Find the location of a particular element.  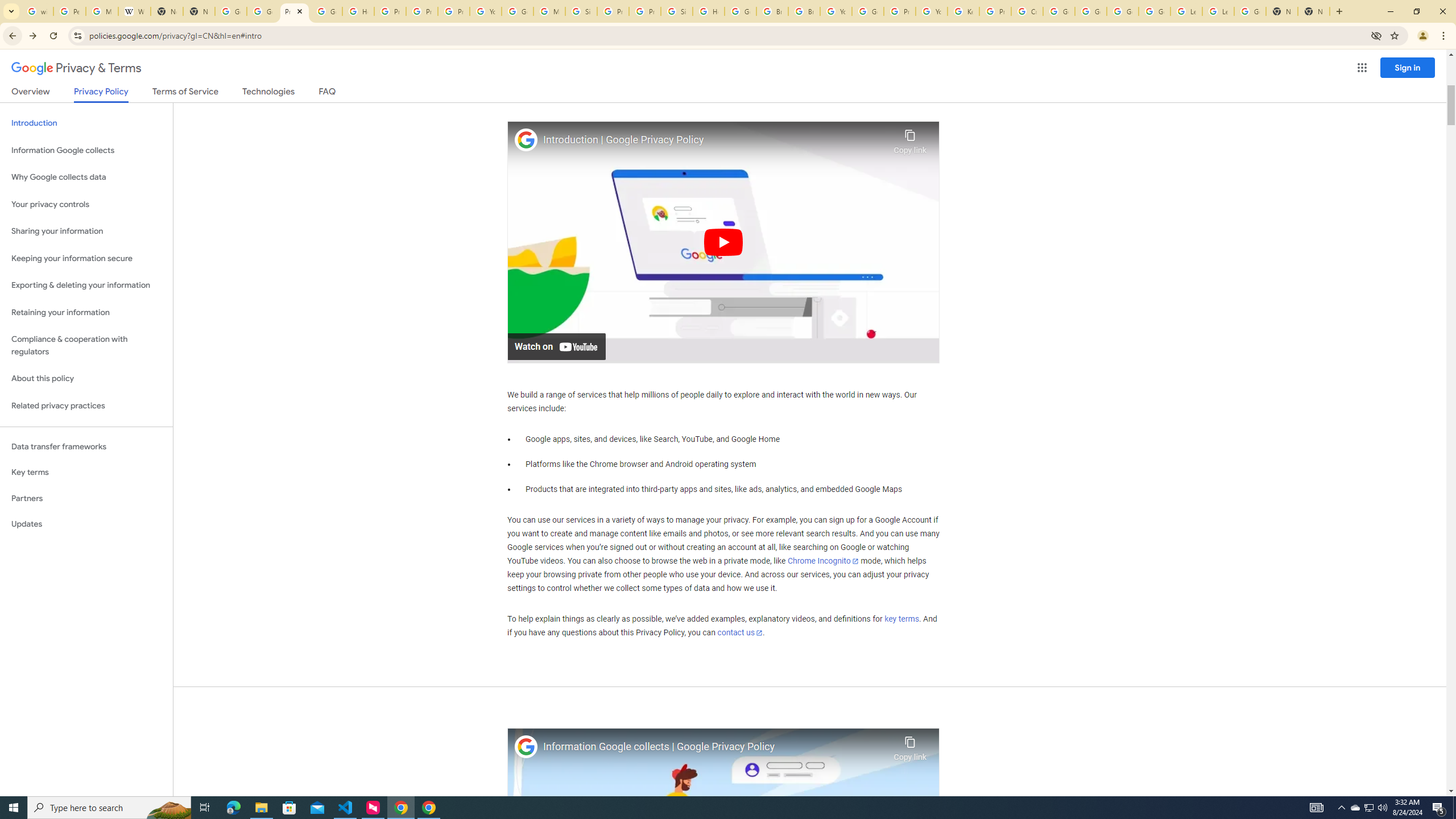

'Related privacy practices' is located at coordinates (86, 405).